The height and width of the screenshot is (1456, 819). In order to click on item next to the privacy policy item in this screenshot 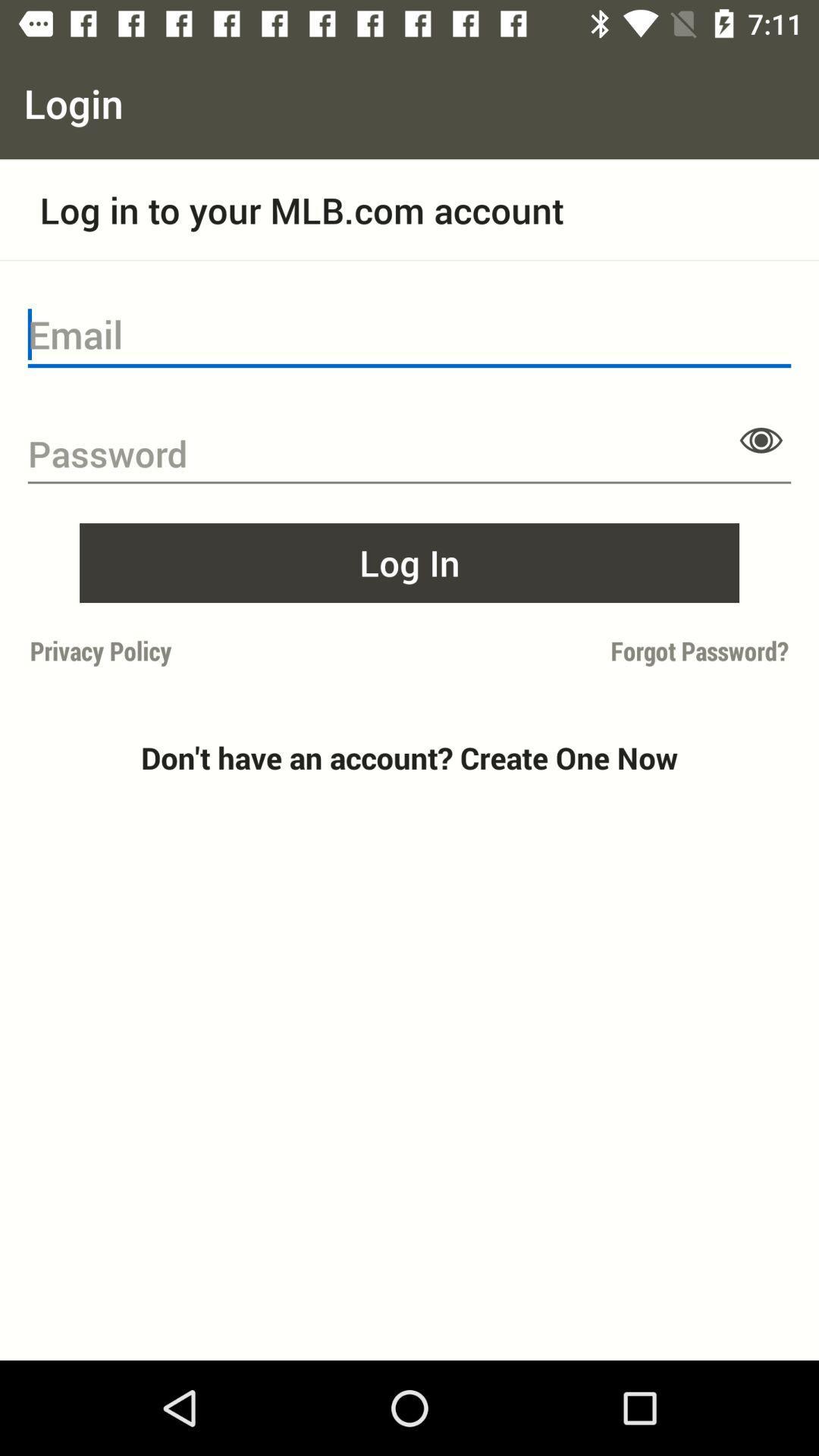, I will do `click(603, 651)`.